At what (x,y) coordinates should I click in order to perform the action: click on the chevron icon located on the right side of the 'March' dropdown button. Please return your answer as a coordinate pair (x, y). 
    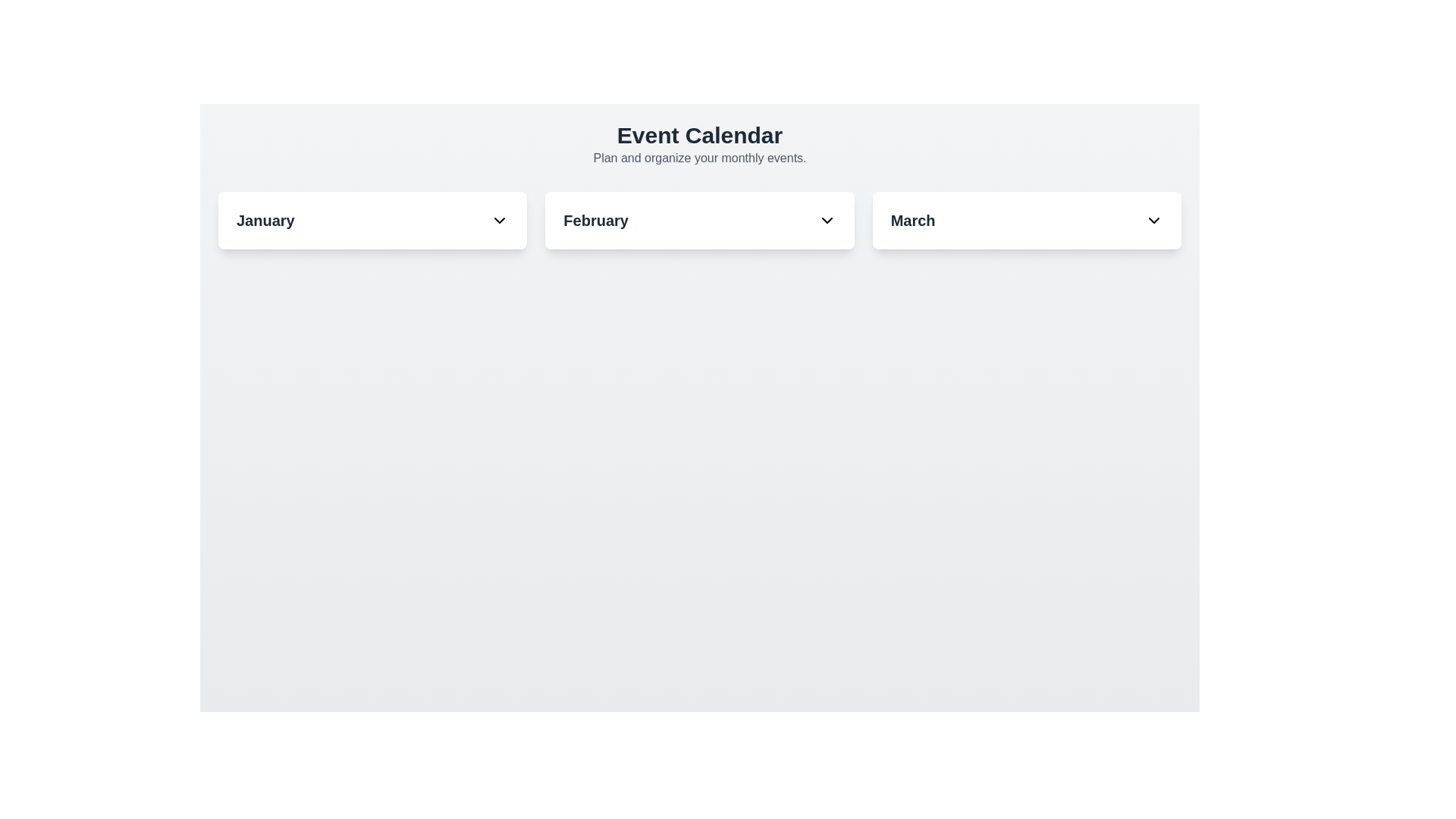
    Looking at the image, I should click on (1153, 220).